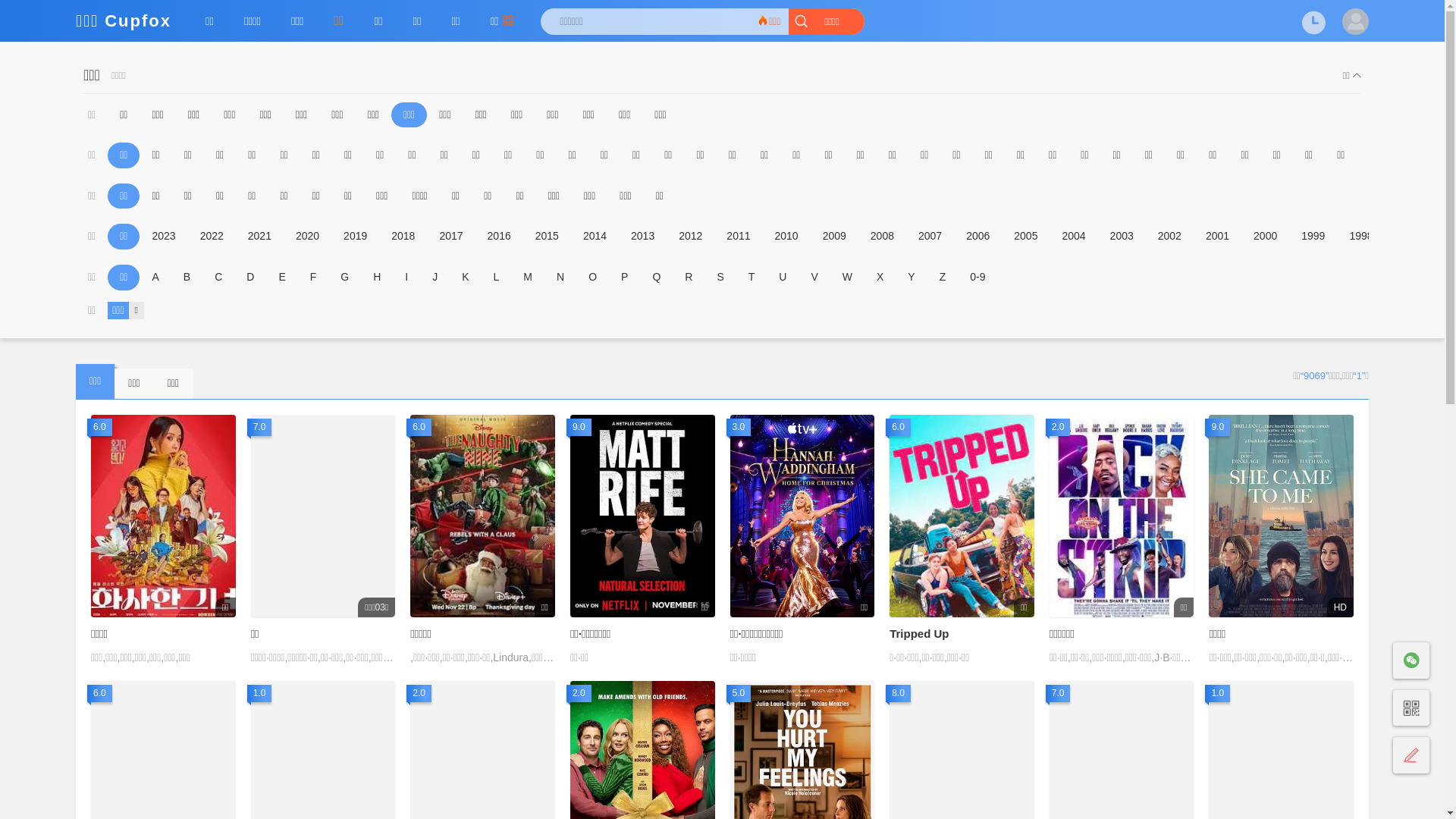 Image resolution: width=1456 pixels, height=819 pixels. What do you see at coordinates (218, 278) in the screenshot?
I see `'C'` at bounding box center [218, 278].